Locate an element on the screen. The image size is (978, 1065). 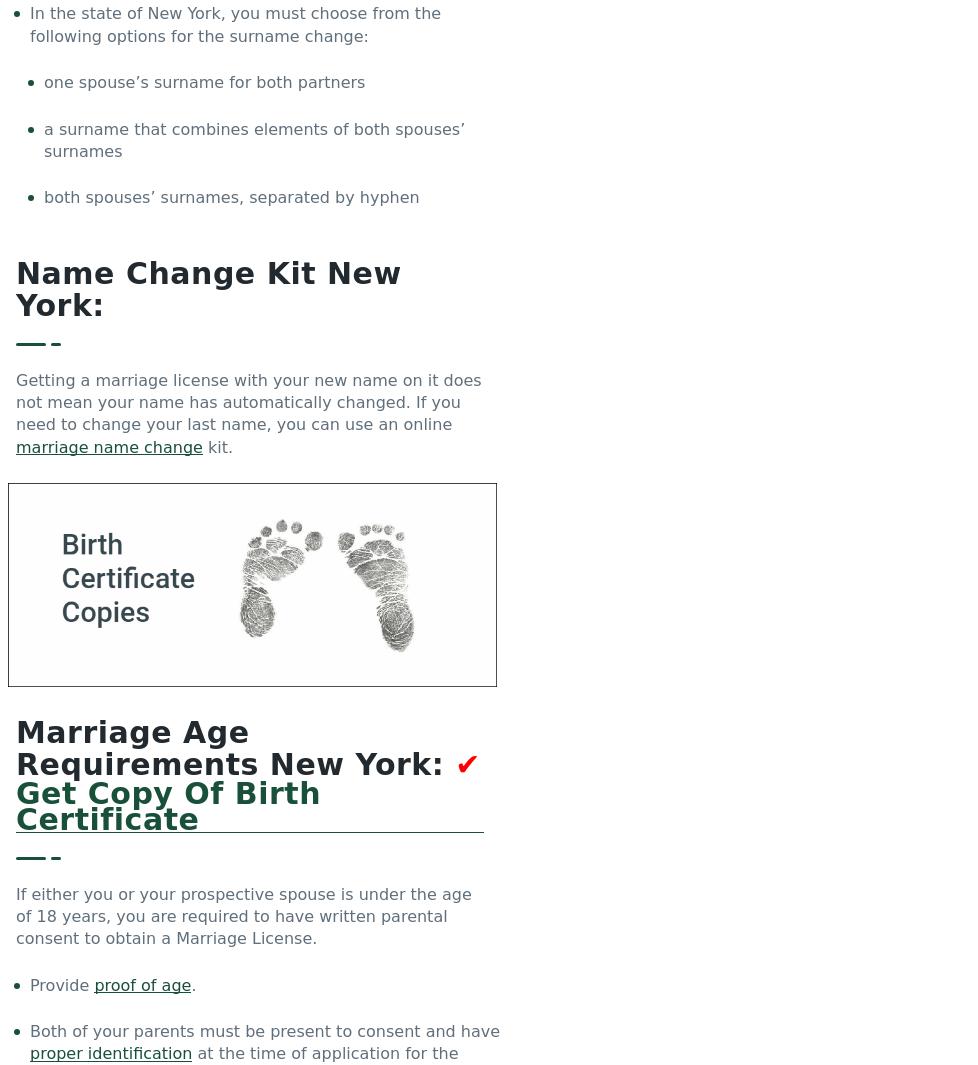
'Marriage Age Requirements New York:' is located at coordinates (235, 748).